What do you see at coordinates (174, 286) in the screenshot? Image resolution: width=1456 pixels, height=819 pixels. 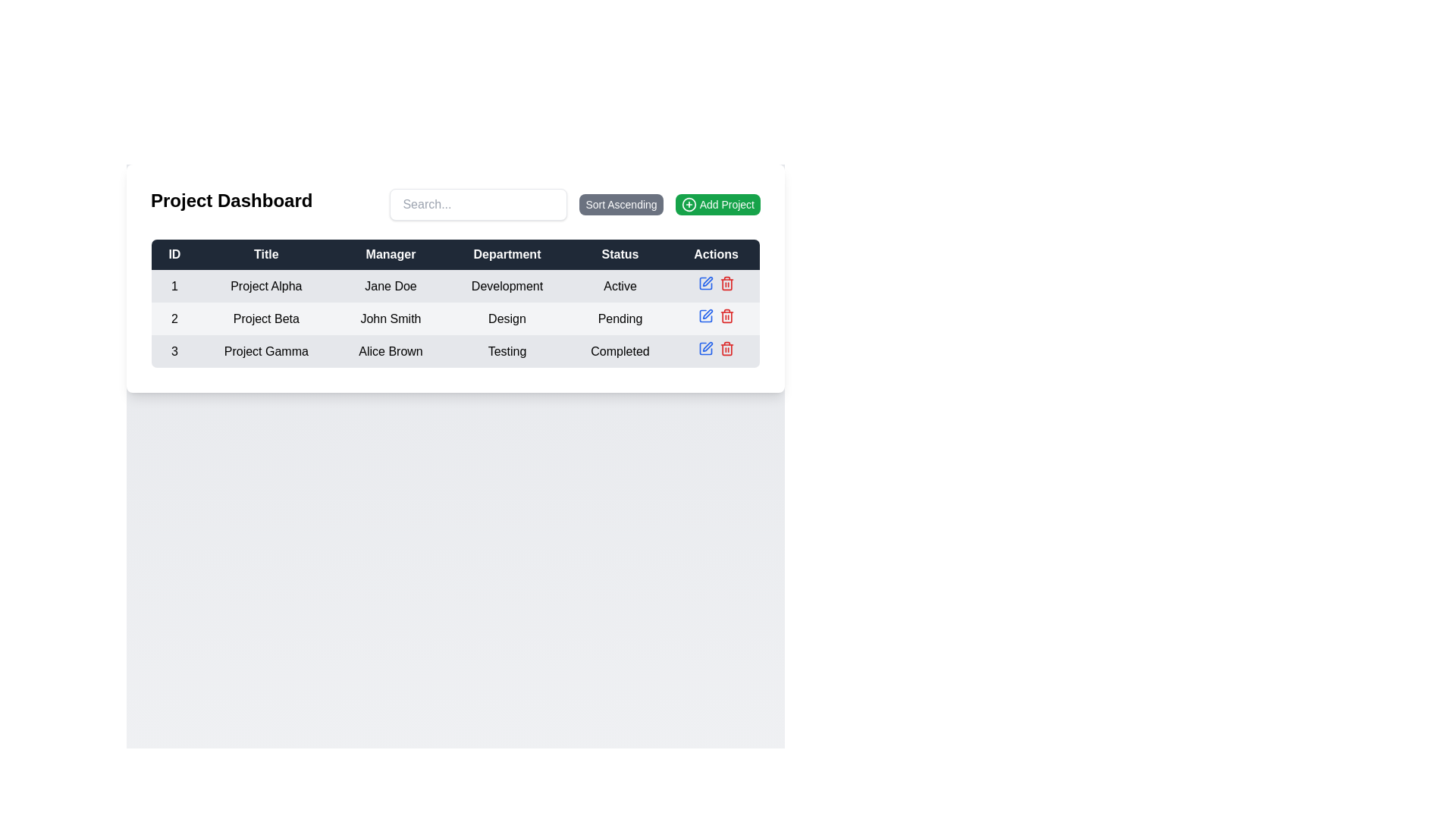 I see `the first table cell containing the numeral '1', which is positioned in the 'ID' column at the start of the first row` at bounding box center [174, 286].